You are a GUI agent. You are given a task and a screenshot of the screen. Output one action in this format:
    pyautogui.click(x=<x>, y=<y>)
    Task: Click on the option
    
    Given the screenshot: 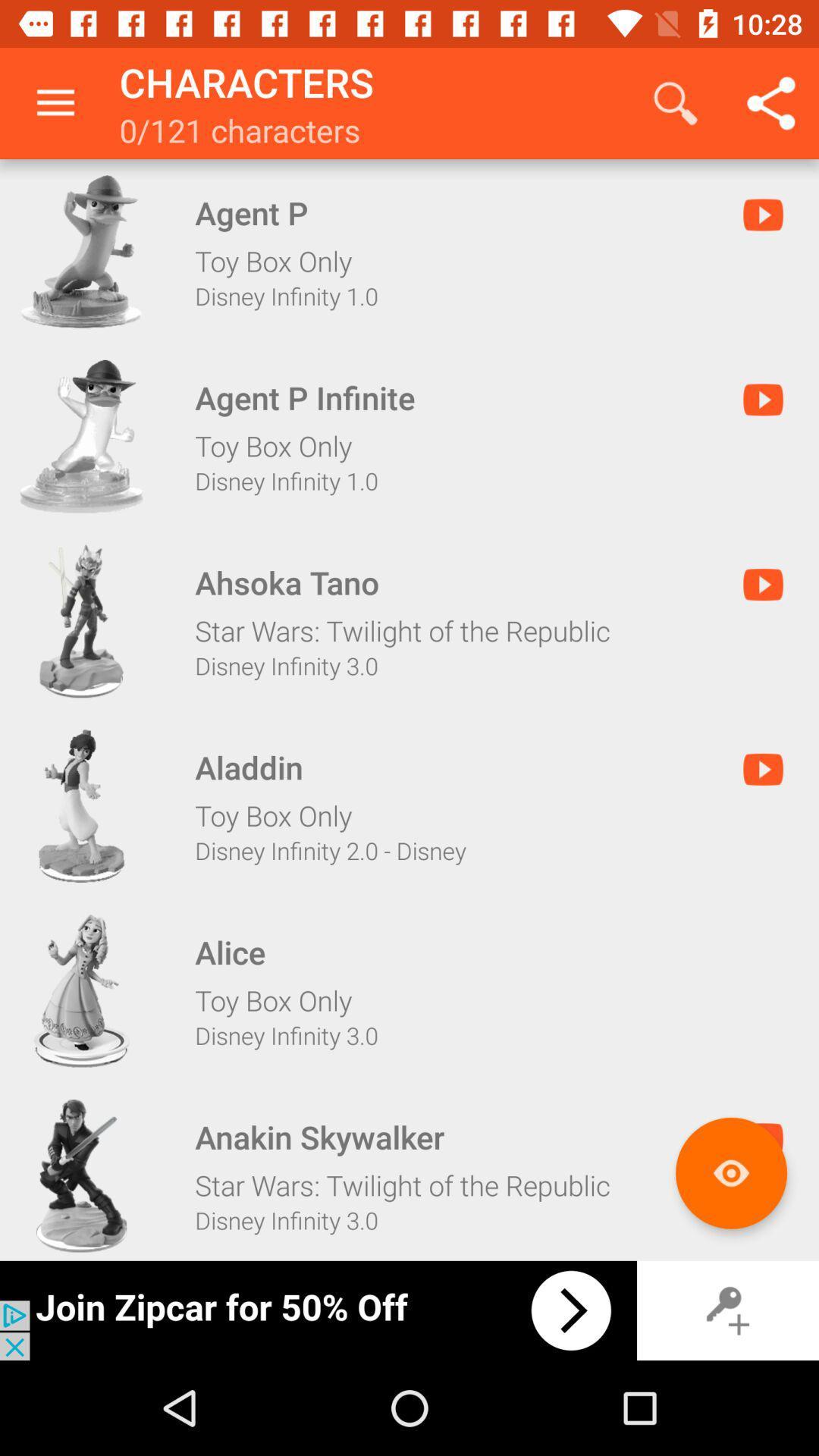 What is the action you would take?
    pyautogui.click(x=81, y=805)
    